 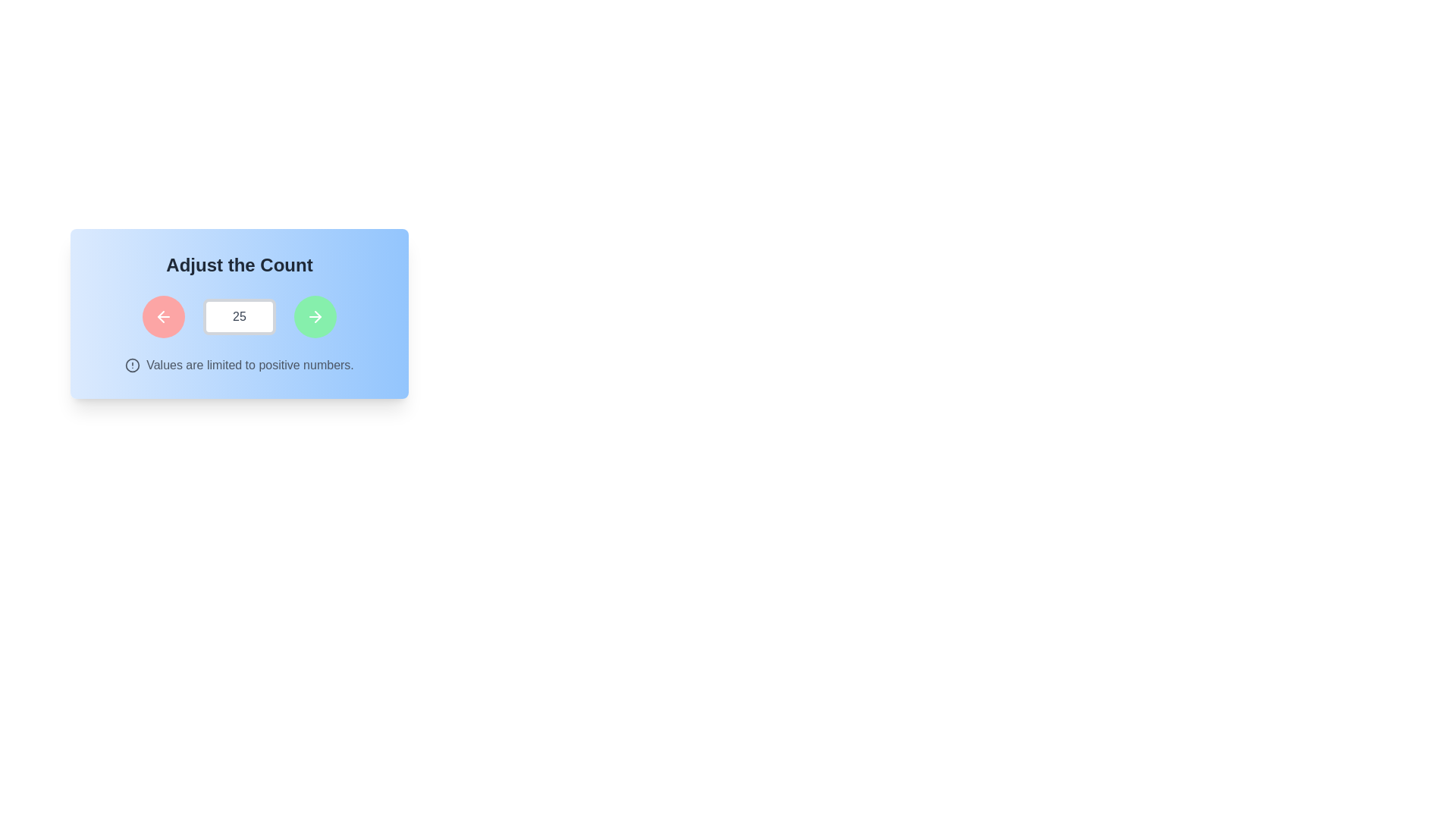 What do you see at coordinates (164, 315) in the screenshot?
I see `the circular button on the left side of the text input field` at bounding box center [164, 315].